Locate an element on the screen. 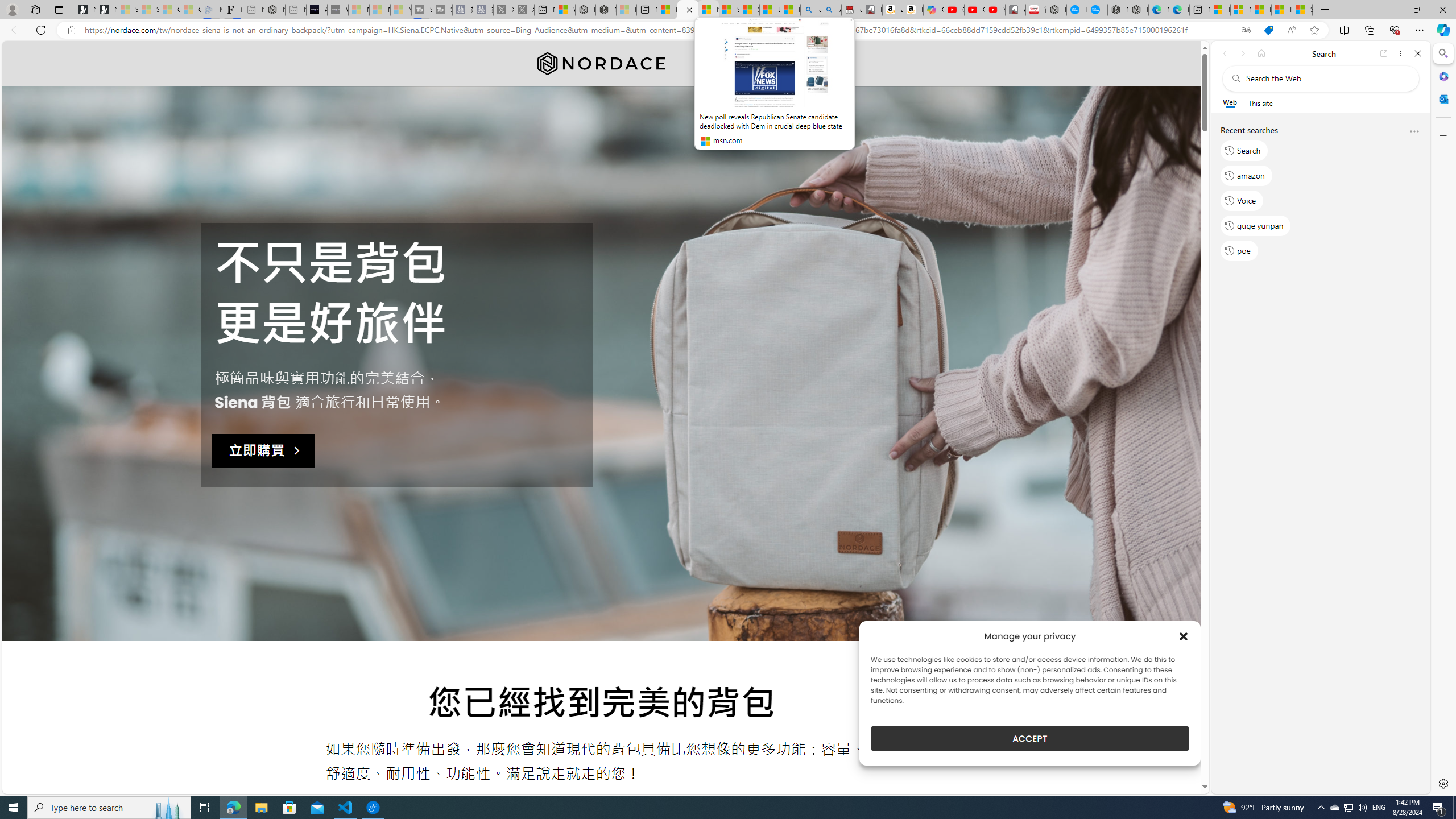 Image resolution: width=1456 pixels, height=819 pixels. 'Search the web' is located at coordinates (1326, 78).